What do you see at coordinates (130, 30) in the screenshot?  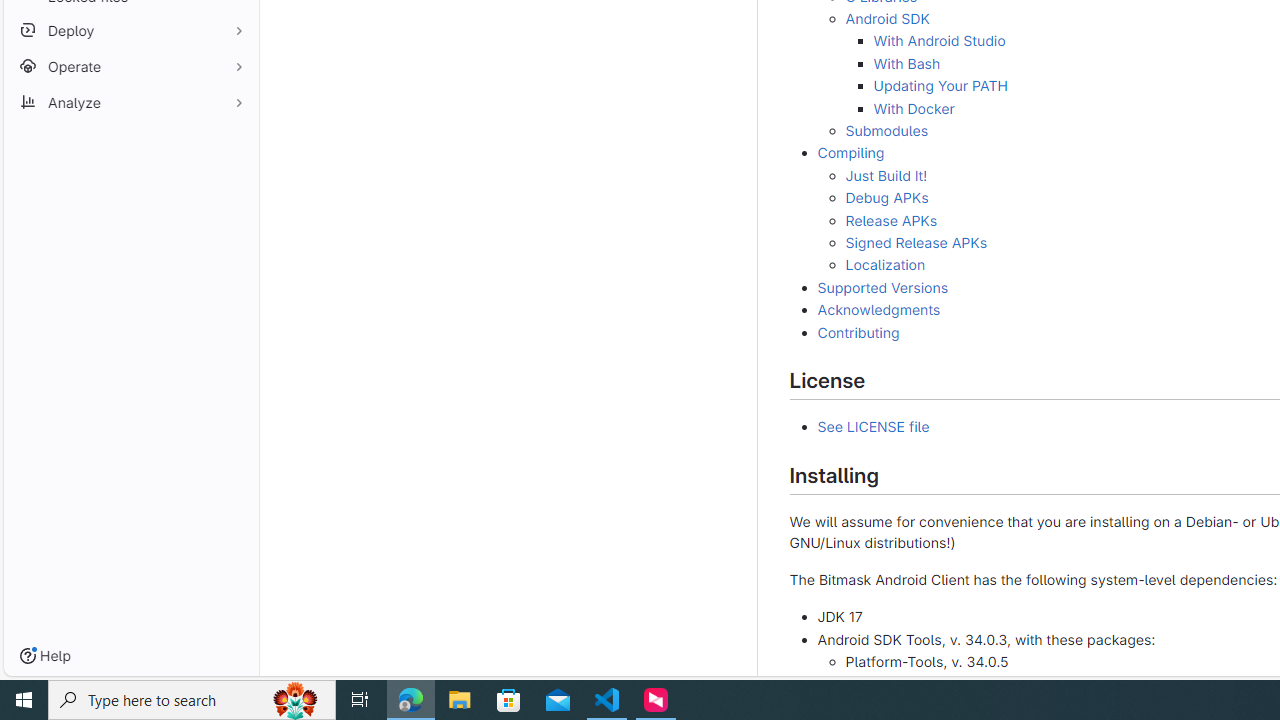 I see `'Deploy'` at bounding box center [130, 30].